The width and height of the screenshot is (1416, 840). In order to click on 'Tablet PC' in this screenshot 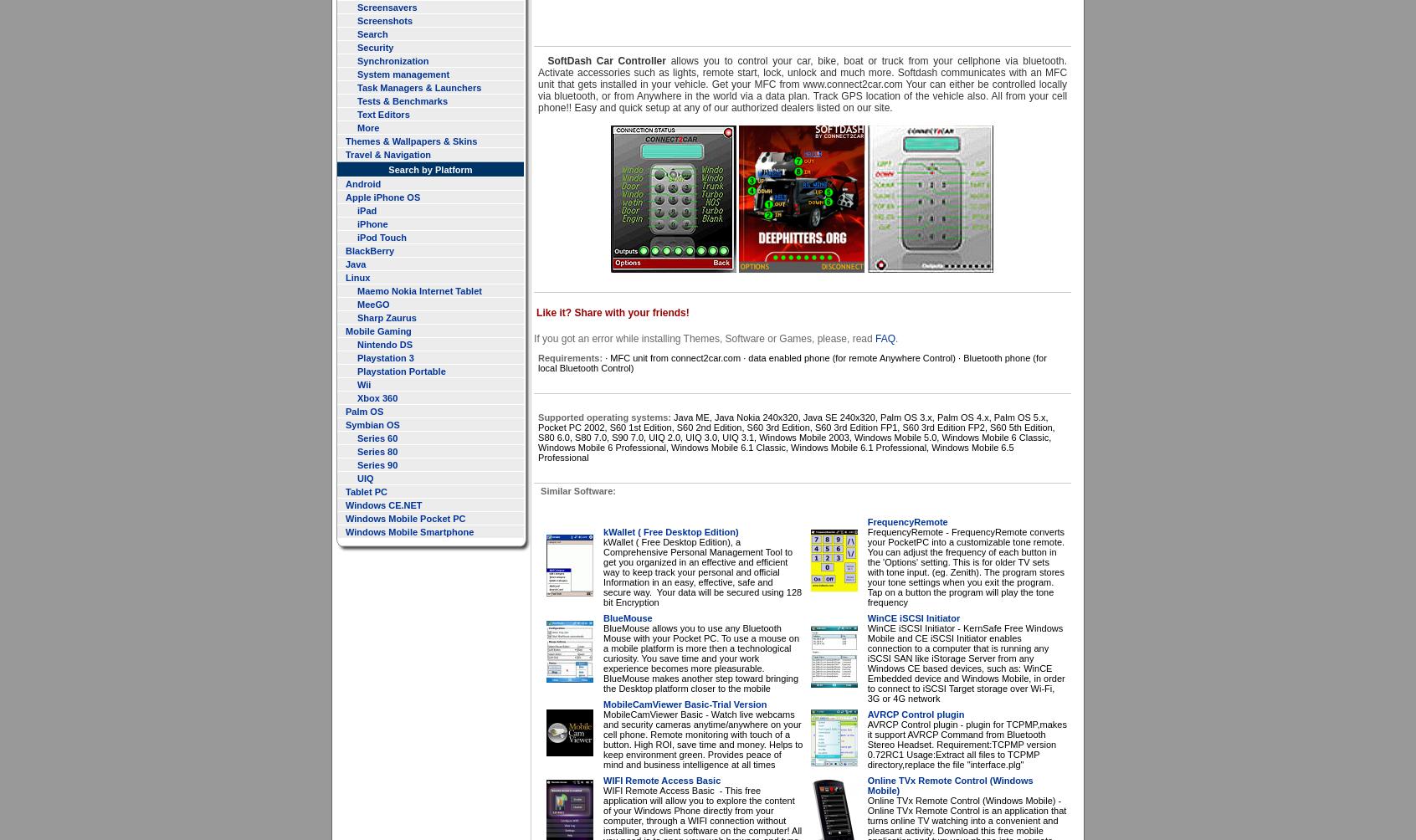, I will do `click(365, 491)`.